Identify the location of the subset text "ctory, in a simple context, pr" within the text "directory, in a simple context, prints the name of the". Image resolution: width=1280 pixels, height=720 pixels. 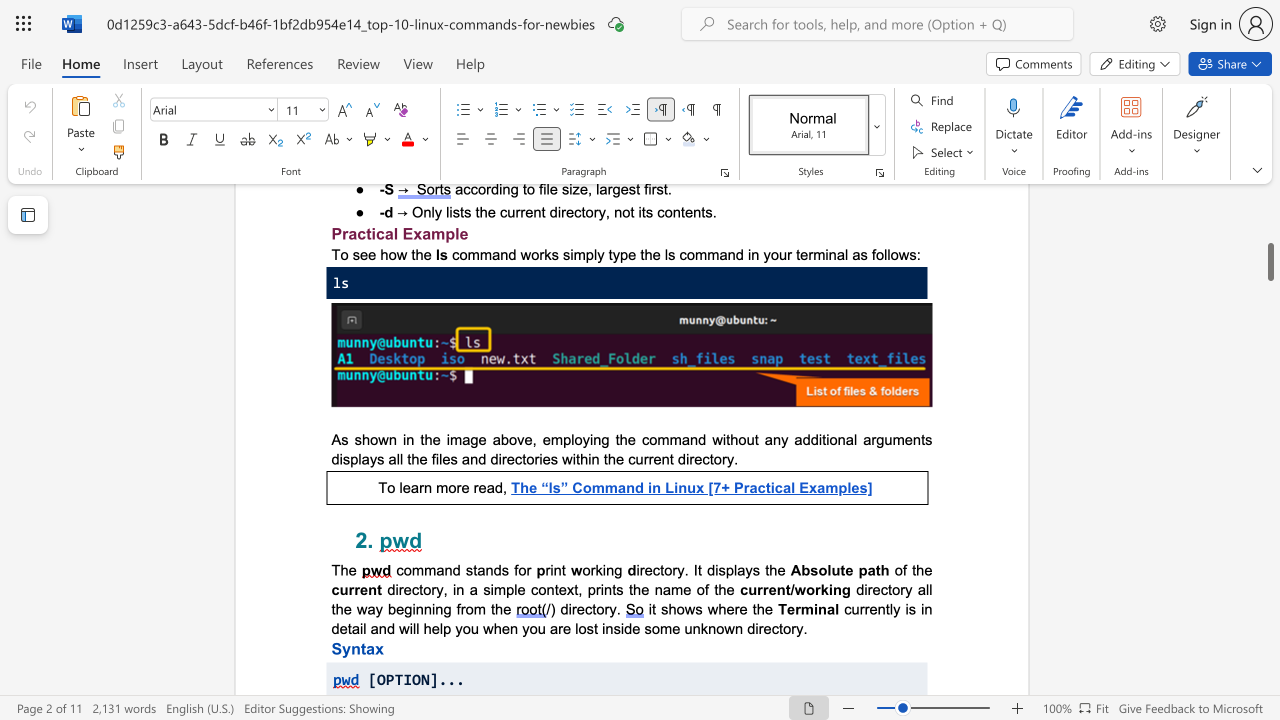
(410, 588).